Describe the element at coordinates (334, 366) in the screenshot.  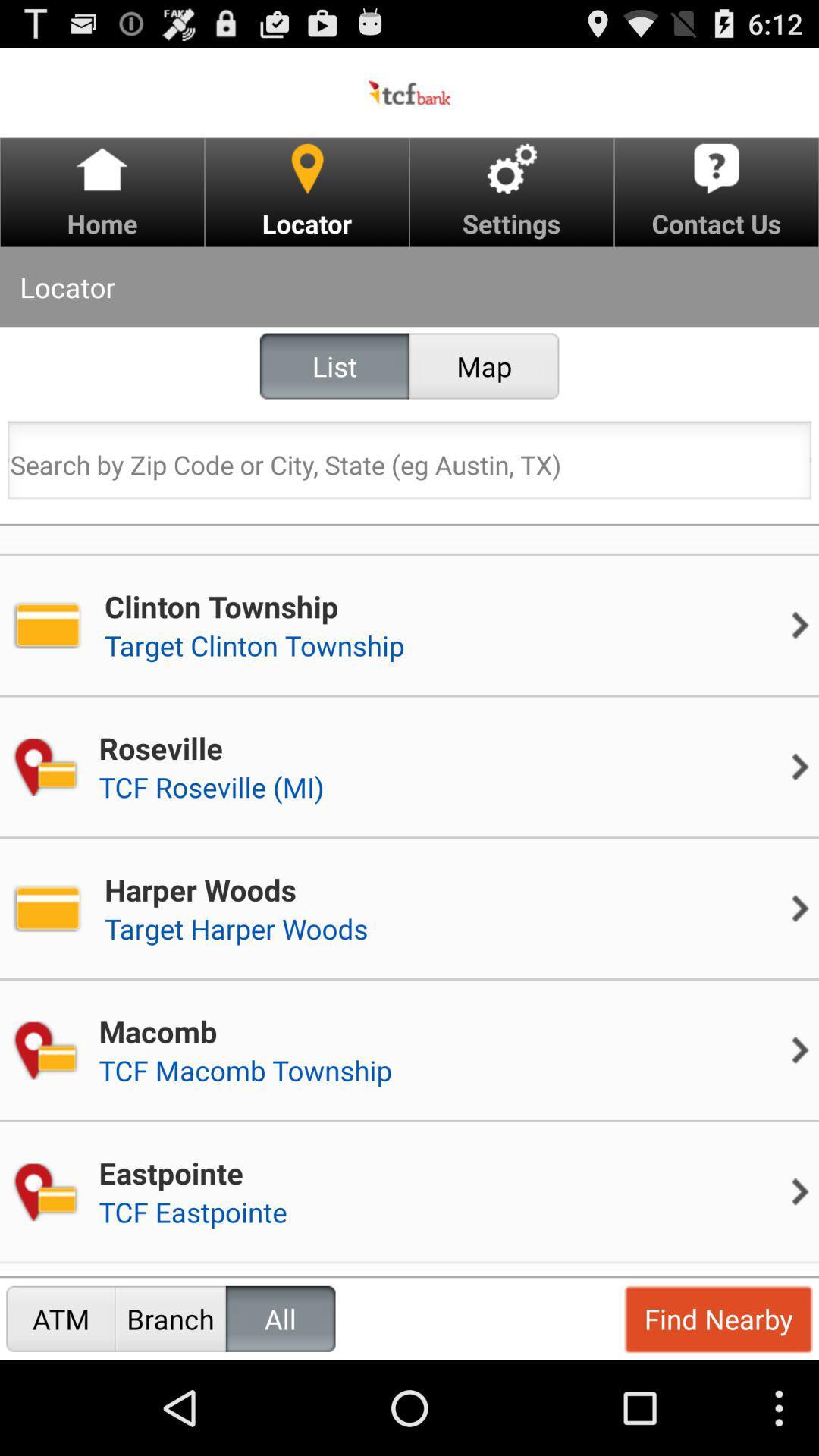
I see `the app below locator item` at that location.